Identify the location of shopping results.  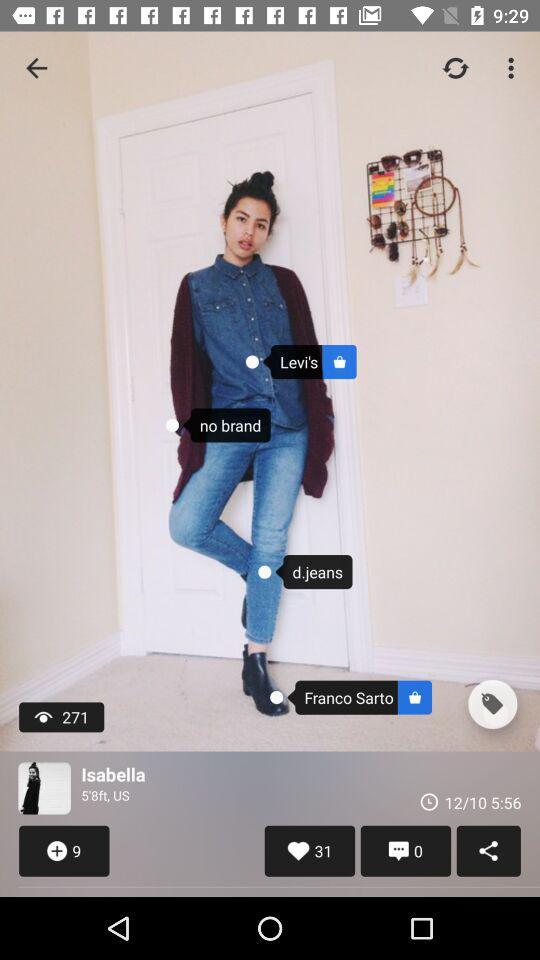
(491, 704).